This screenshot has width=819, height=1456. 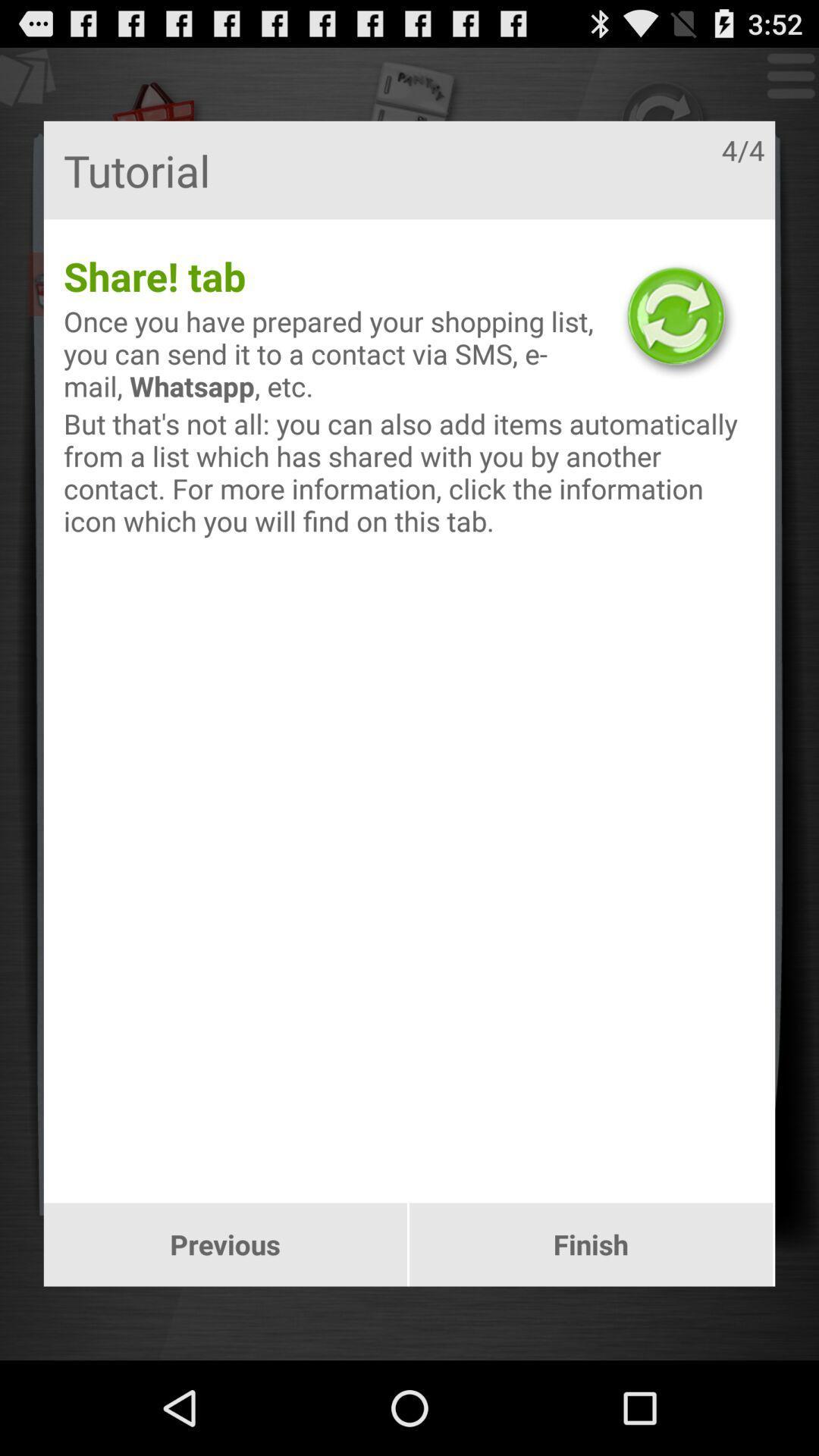 What do you see at coordinates (590, 1244) in the screenshot?
I see `finish` at bounding box center [590, 1244].